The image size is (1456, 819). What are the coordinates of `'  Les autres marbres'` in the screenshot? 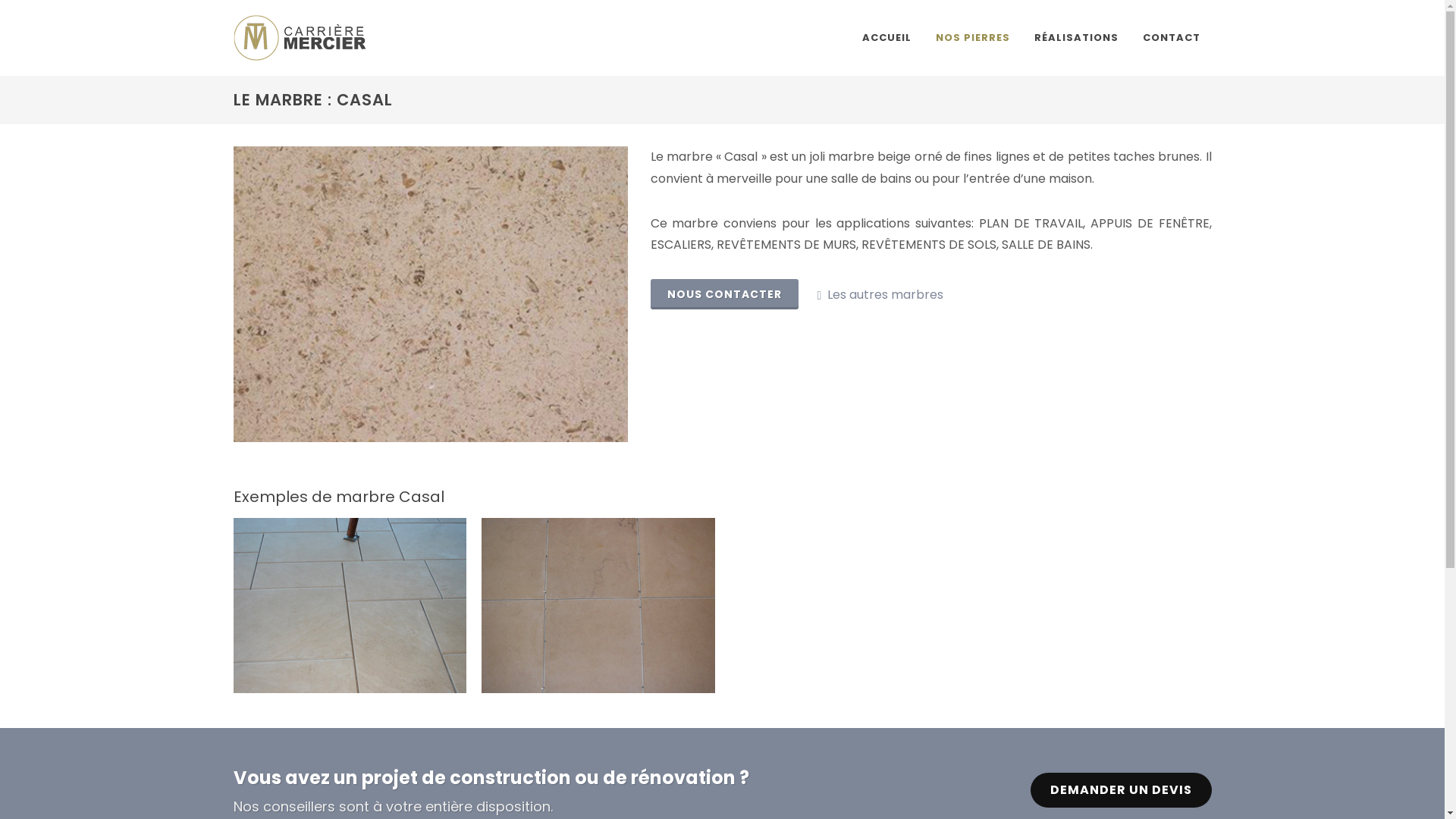 It's located at (880, 295).